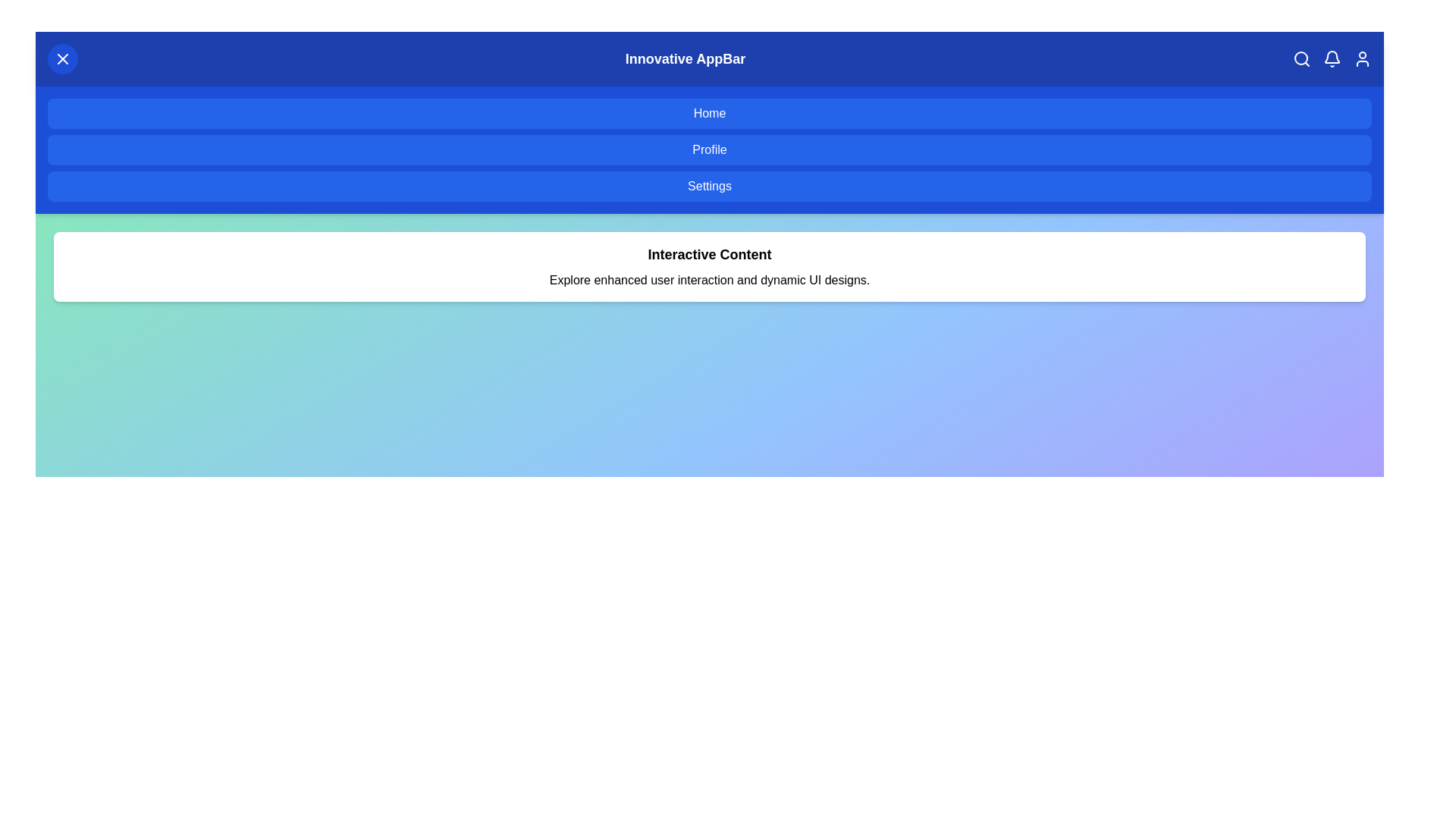  What do you see at coordinates (1362, 58) in the screenshot?
I see `the Profile icon in the header` at bounding box center [1362, 58].